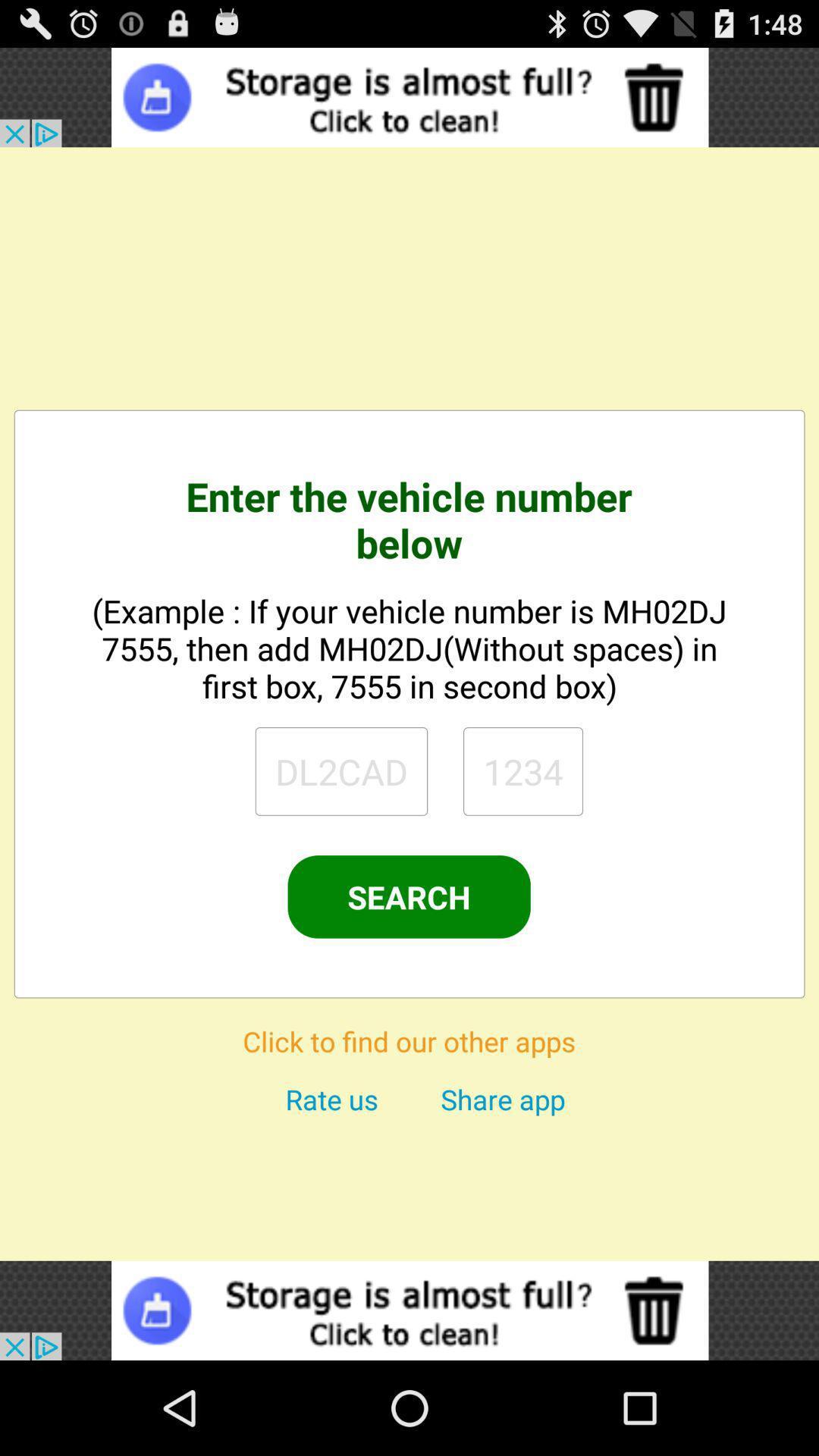 This screenshot has width=819, height=1456. I want to click on search page, so click(341, 771).